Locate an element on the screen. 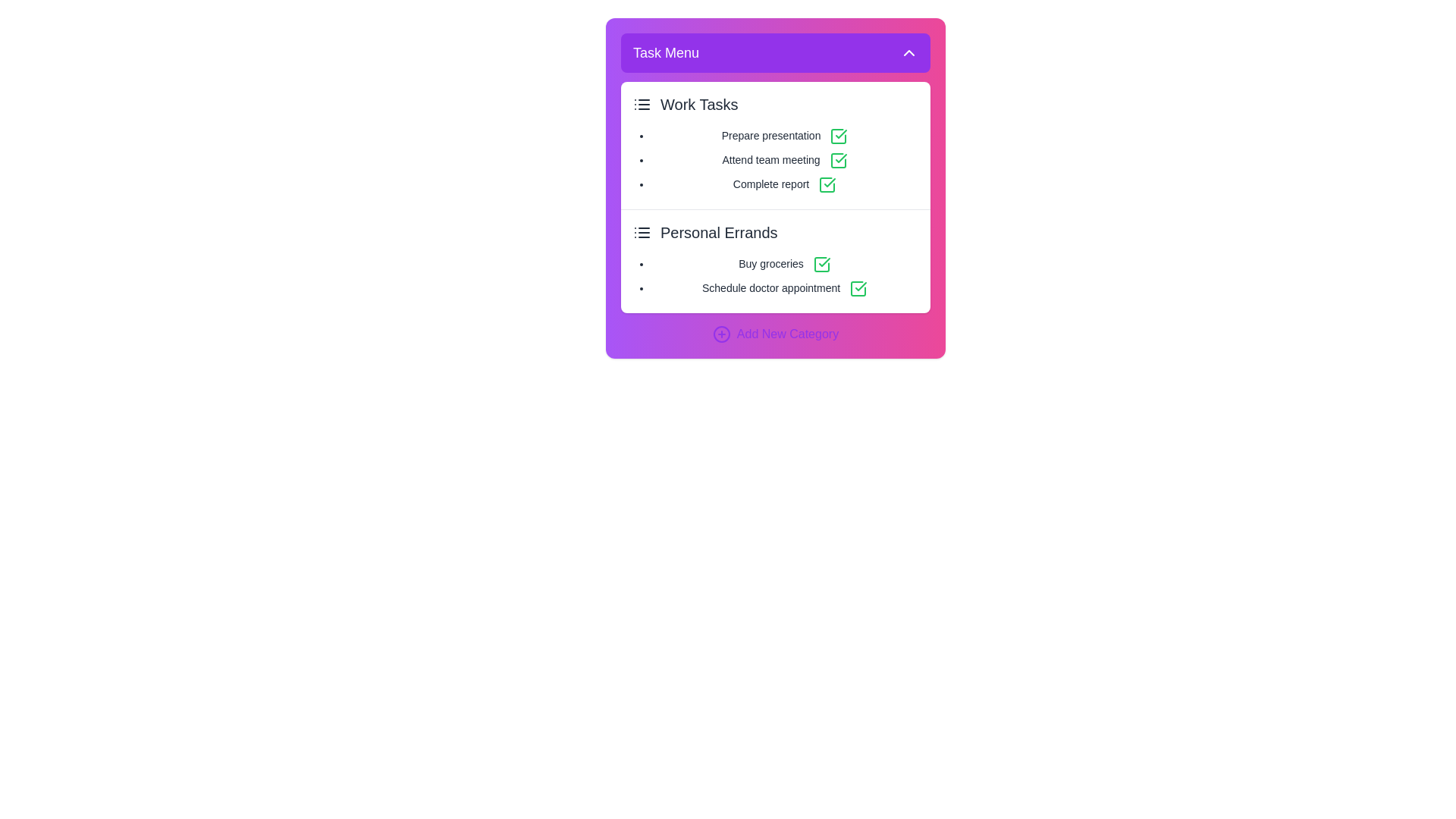 The image size is (1456, 819). the task named Buy groceries in the task list is located at coordinates (785, 263).